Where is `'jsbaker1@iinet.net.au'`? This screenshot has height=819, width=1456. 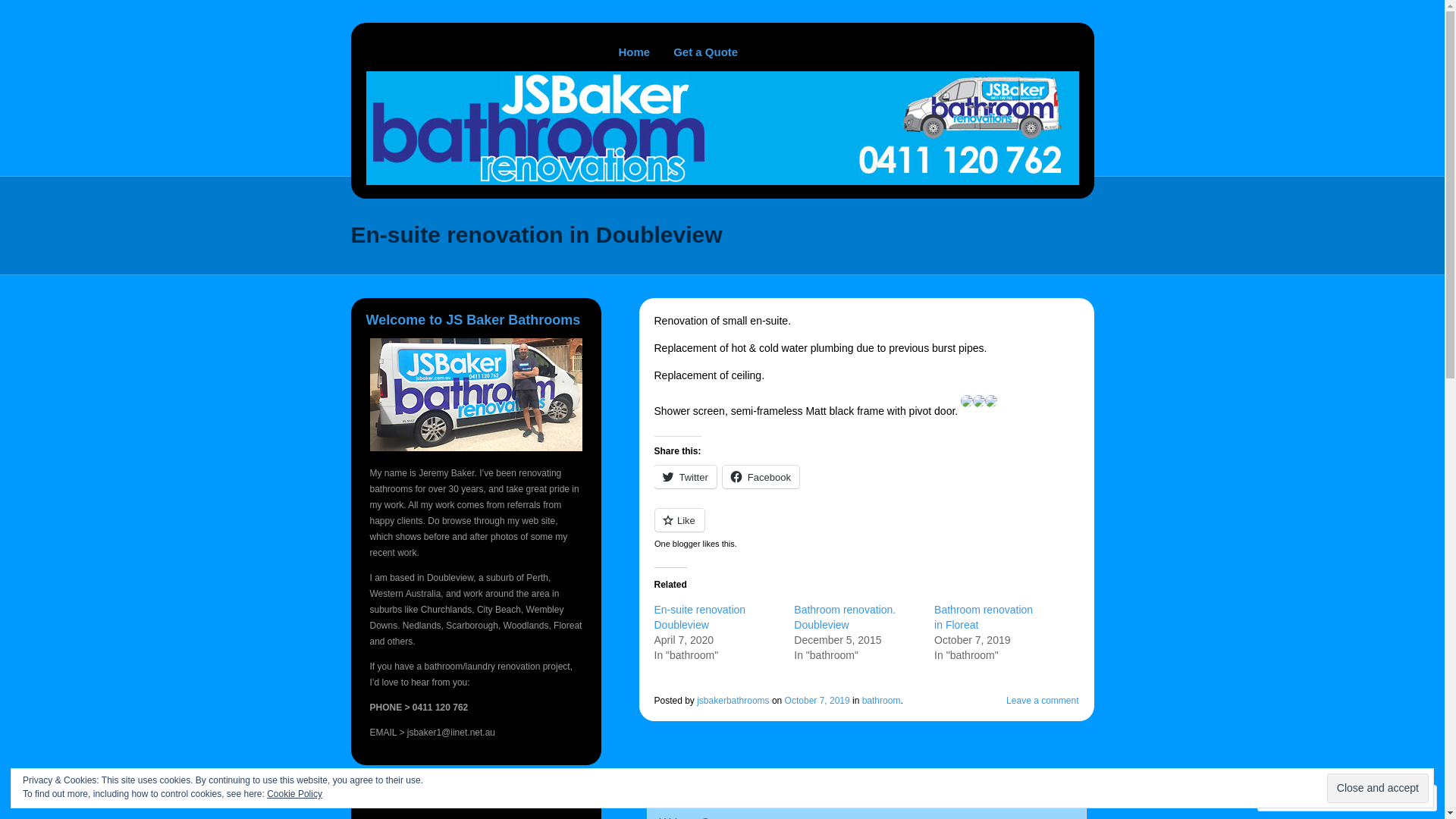
'jsbaker1@iinet.net.au' is located at coordinates (450, 731).